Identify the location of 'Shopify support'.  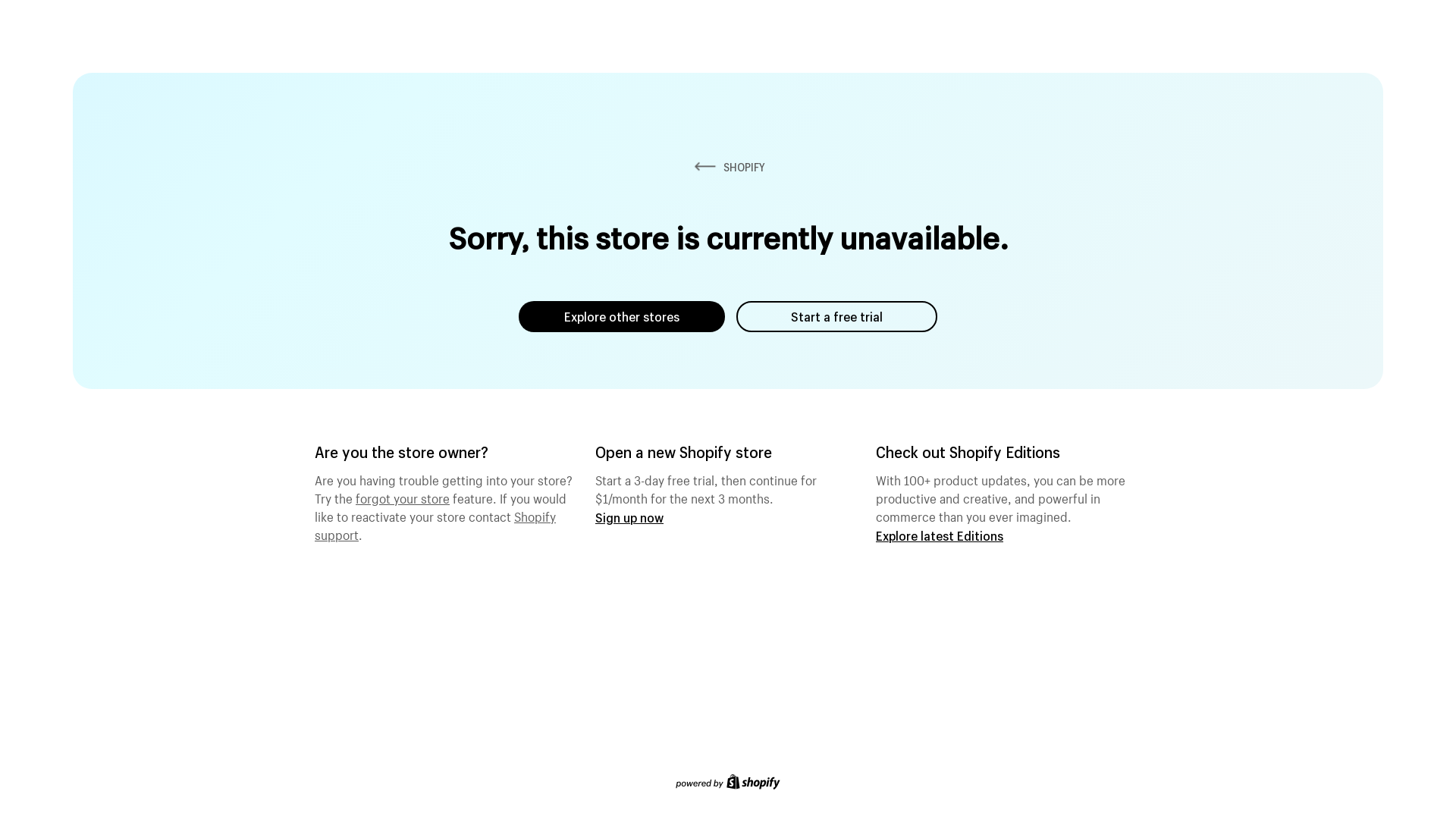
(435, 522).